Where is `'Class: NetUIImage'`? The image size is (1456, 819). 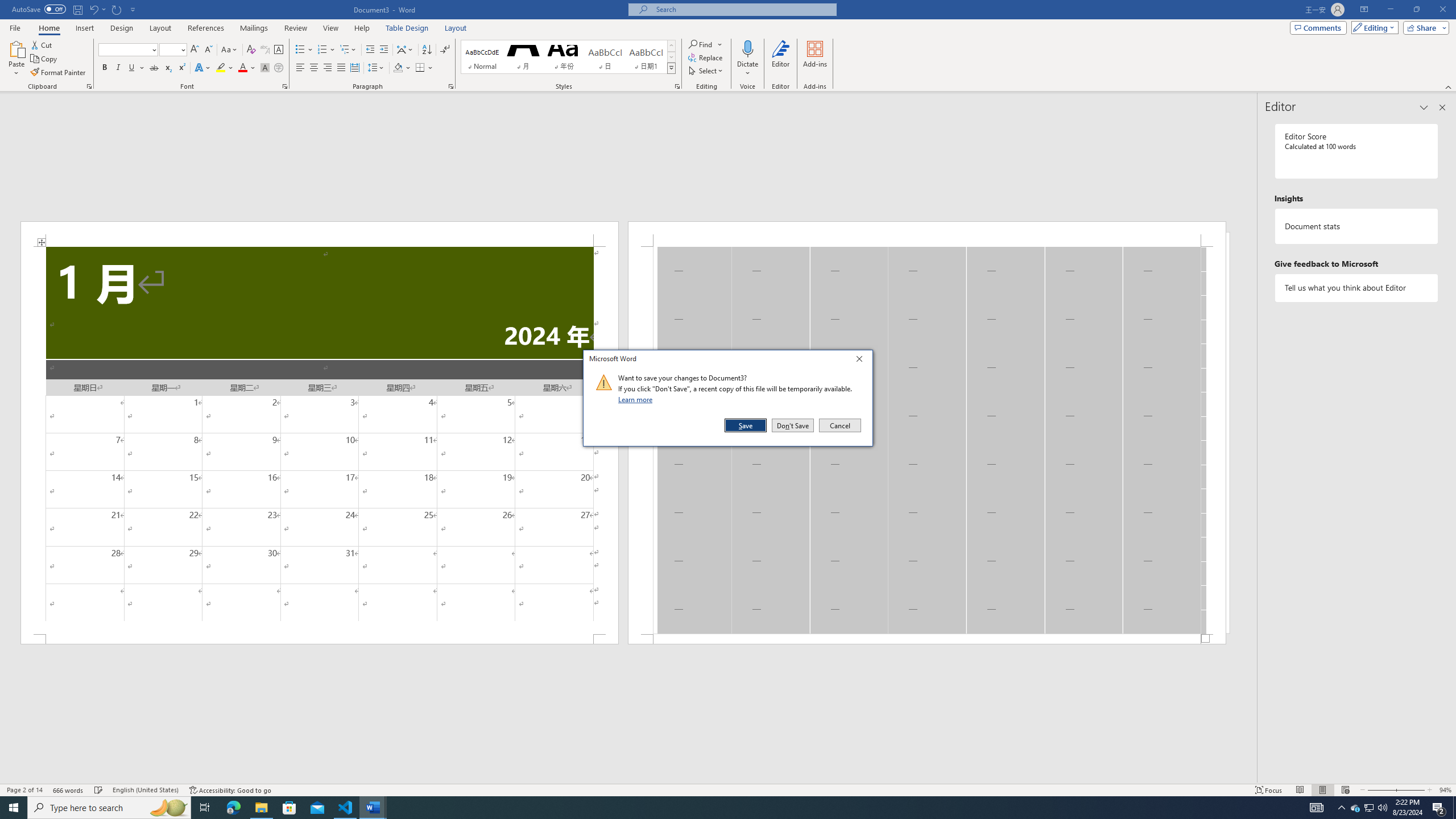
'Class: NetUIImage' is located at coordinates (603, 382).